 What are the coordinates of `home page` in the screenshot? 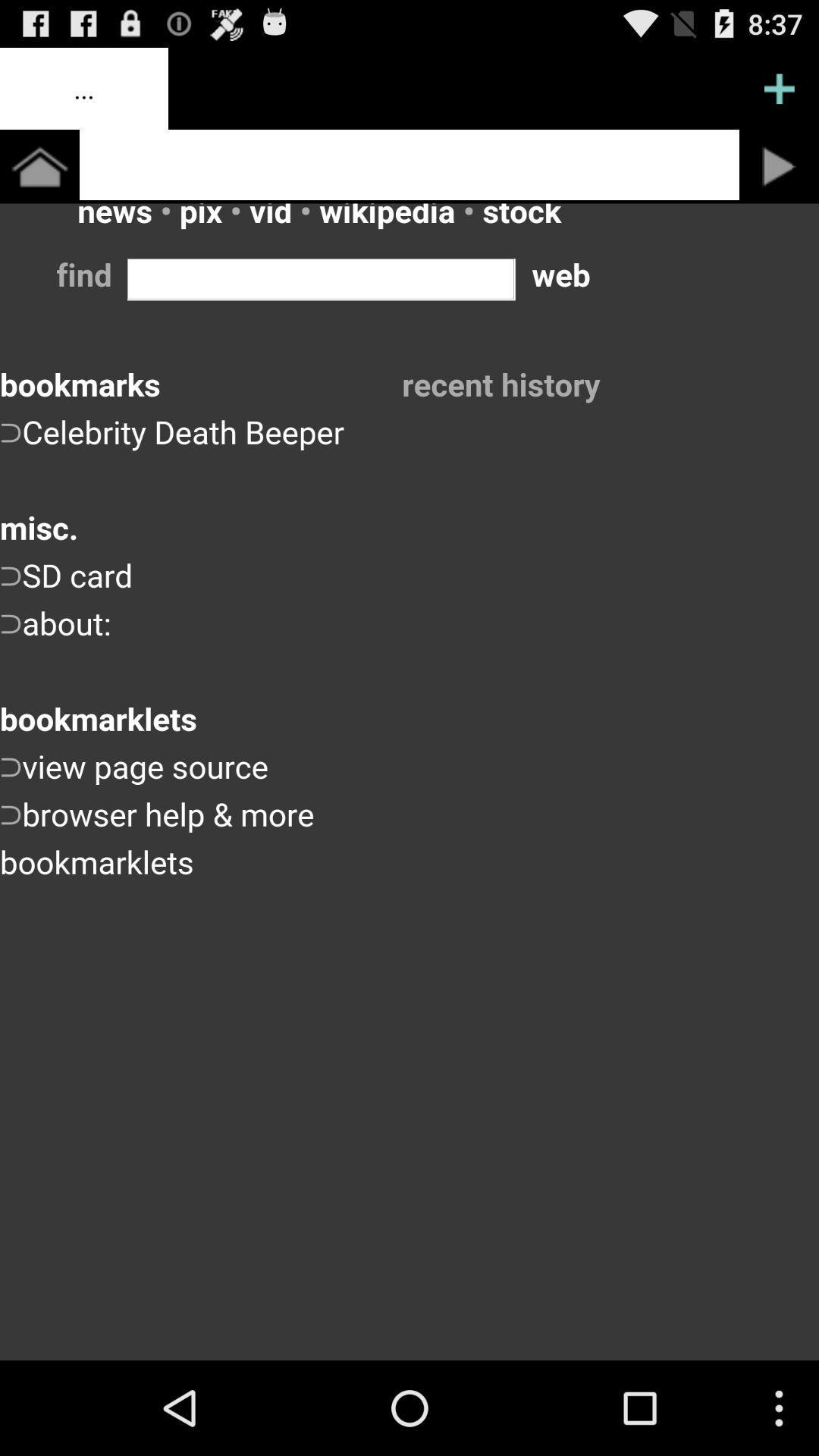 It's located at (409, 165).